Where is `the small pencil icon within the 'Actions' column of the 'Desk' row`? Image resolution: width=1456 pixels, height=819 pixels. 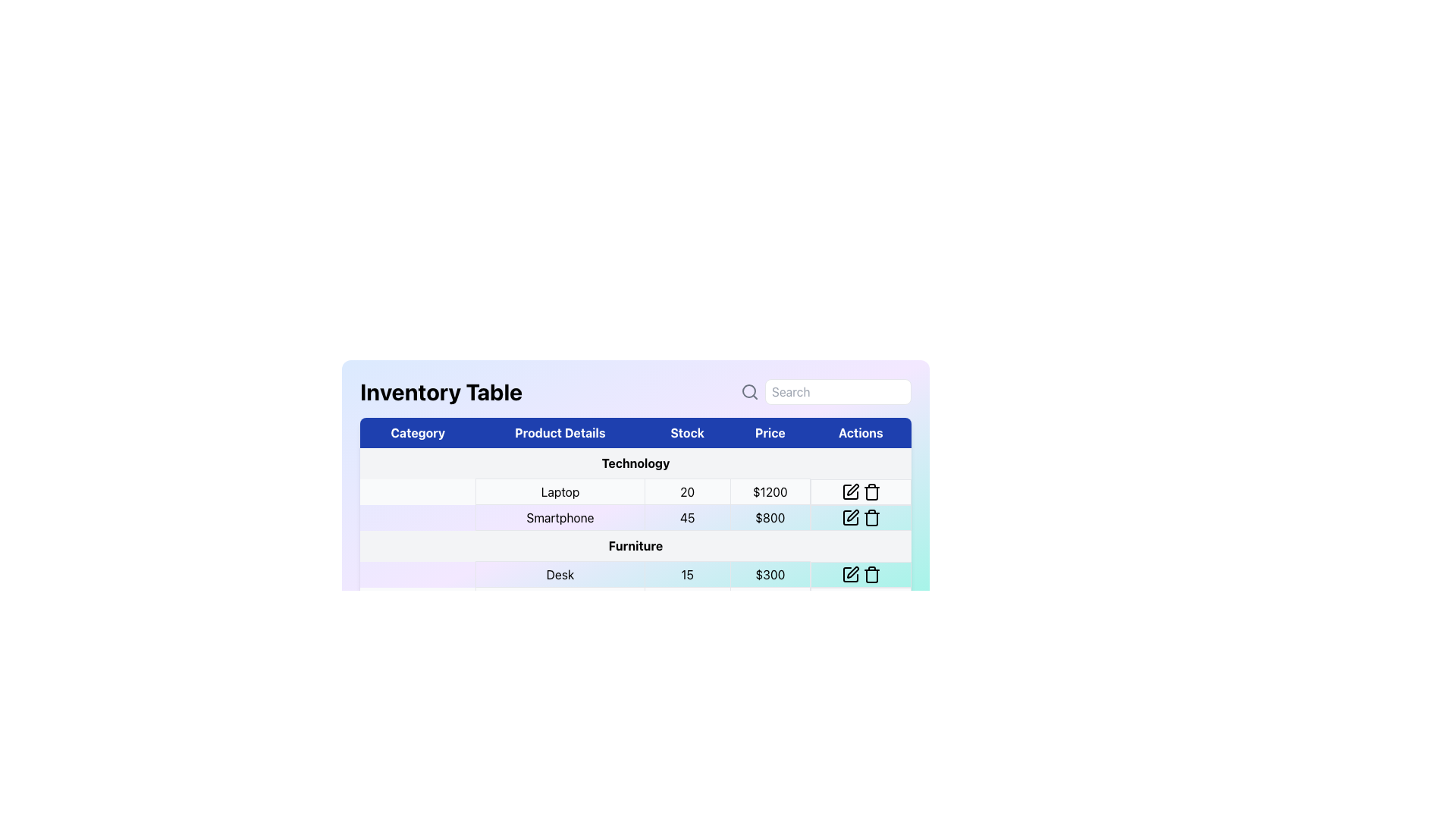
the small pencil icon within the 'Actions' column of the 'Desk' row is located at coordinates (850, 574).